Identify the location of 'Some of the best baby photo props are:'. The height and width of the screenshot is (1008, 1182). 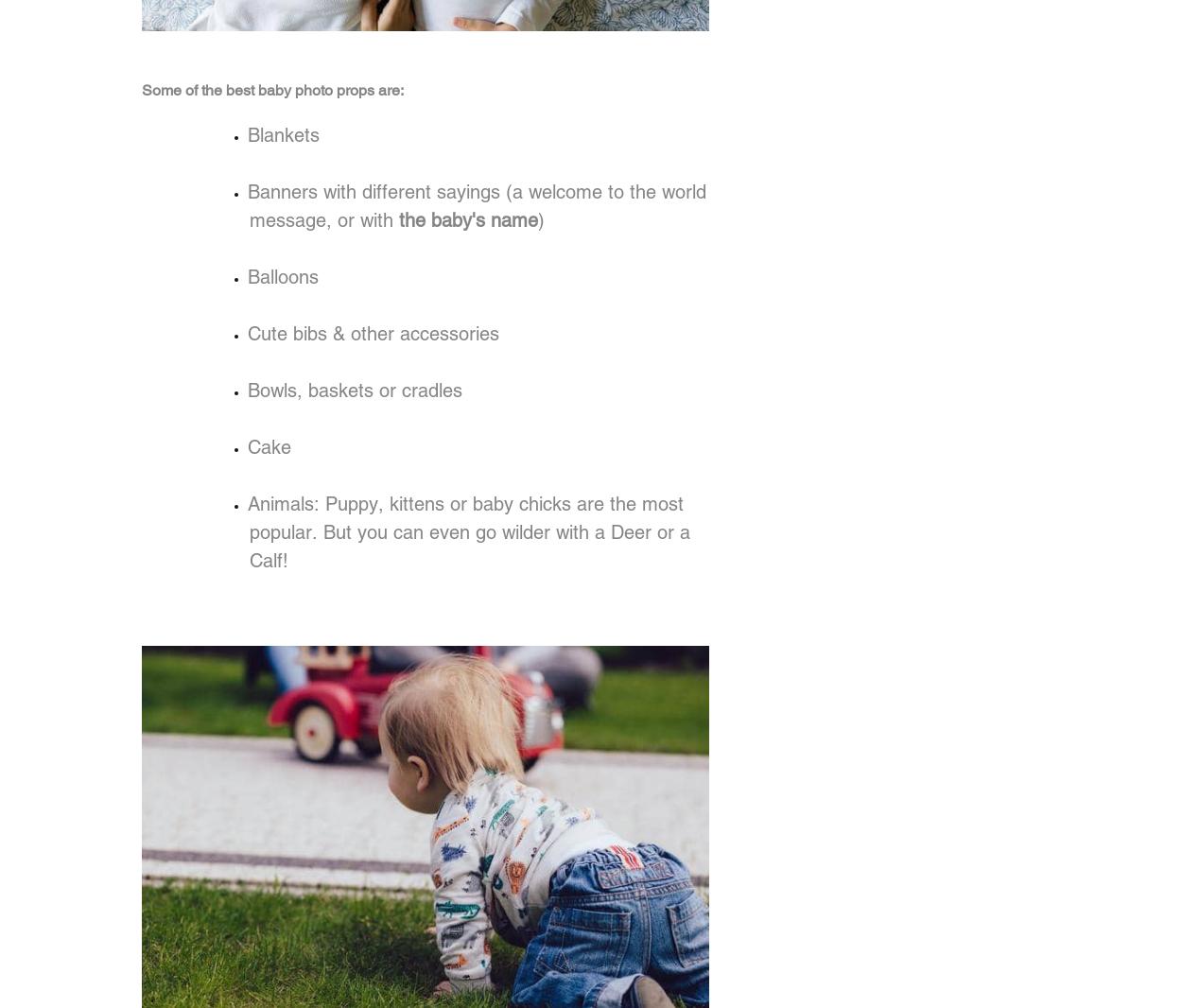
(272, 89).